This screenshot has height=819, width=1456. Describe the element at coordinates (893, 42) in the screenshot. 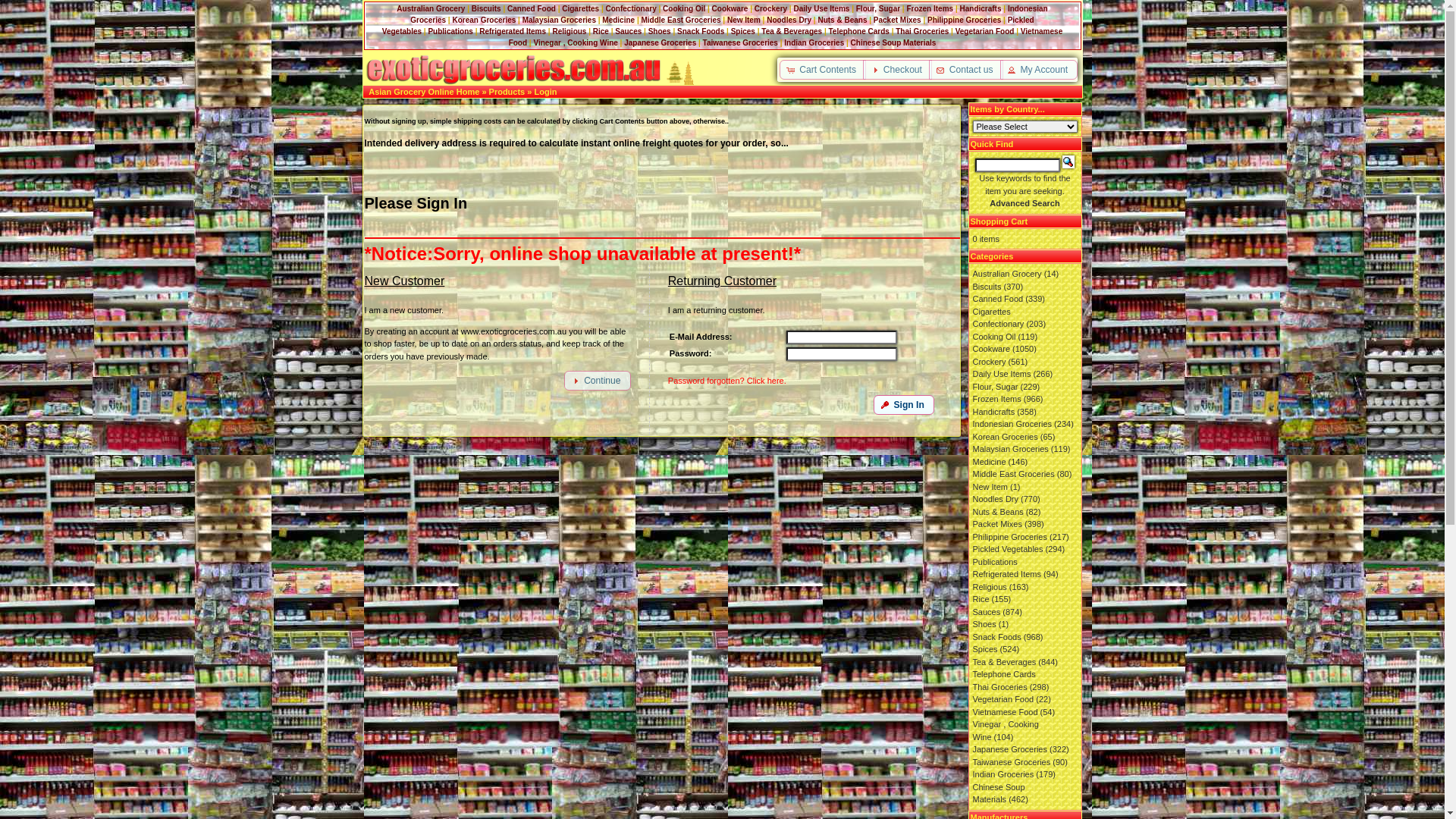

I see `'Chinese Soup Materials'` at that location.